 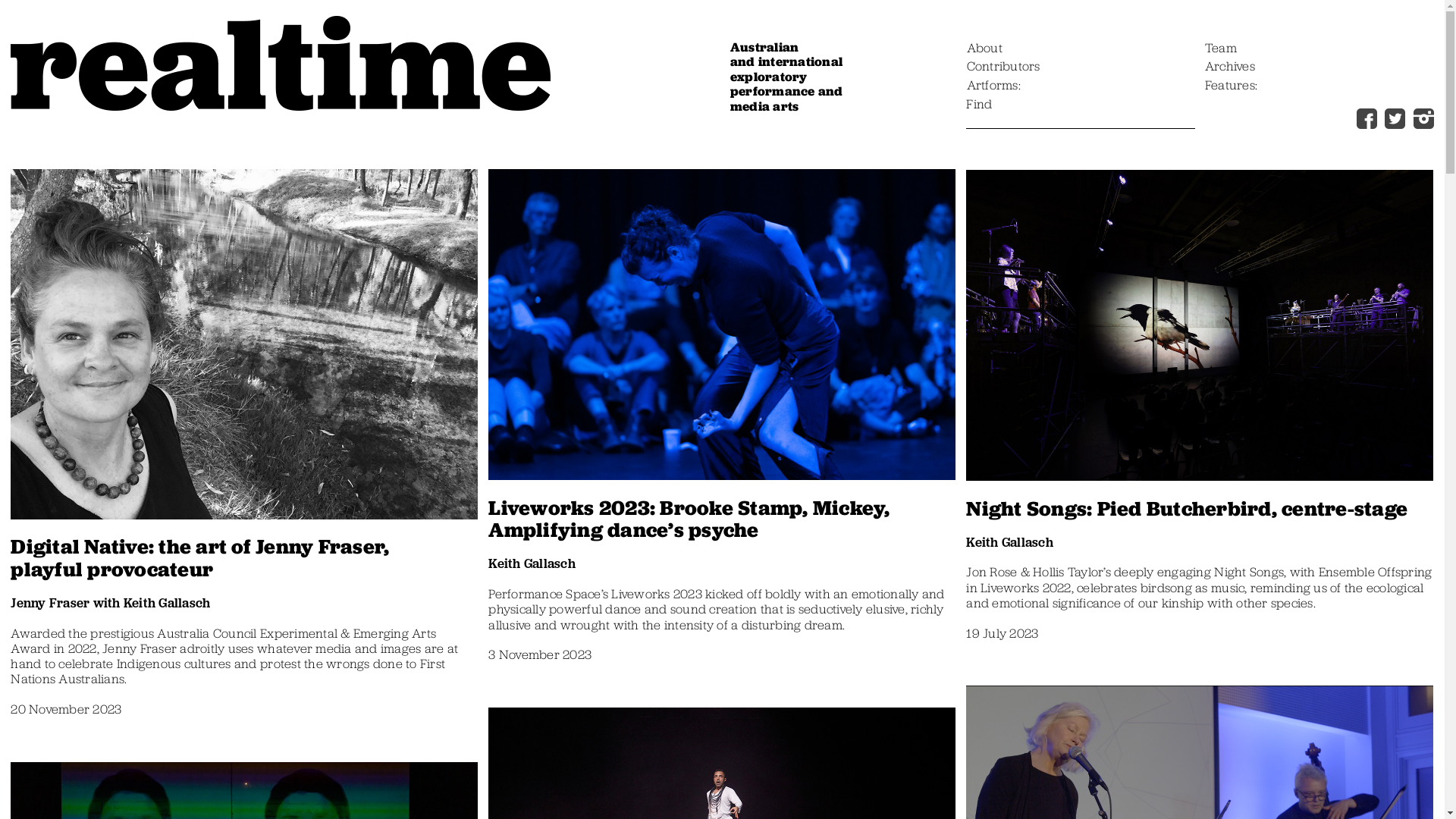 What do you see at coordinates (1231, 86) in the screenshot?
I see `'Features'` at bounding box center [1231, 86].